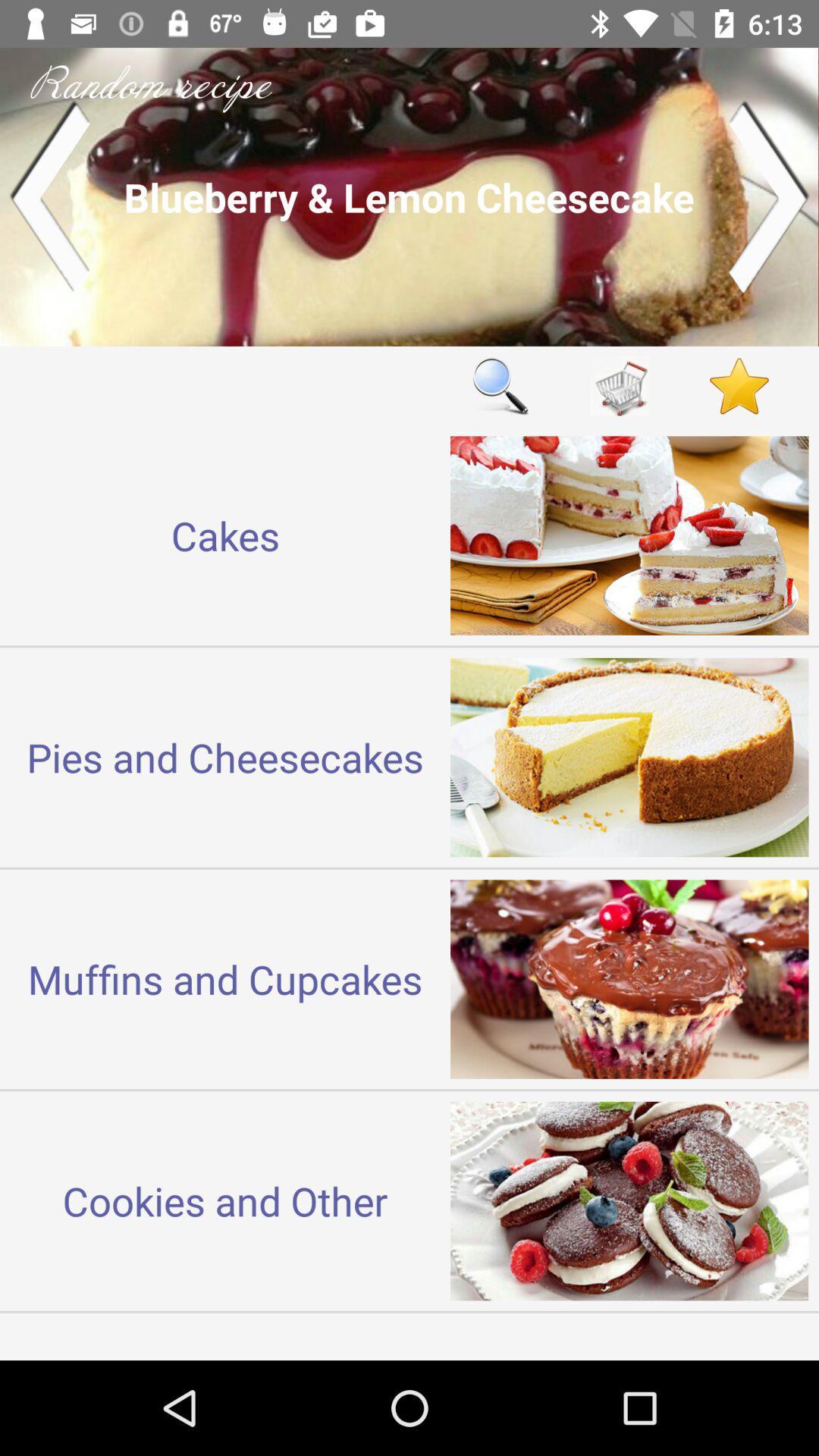 The image size is (819, 1456). I want to click on next slide, so click(769, 196).